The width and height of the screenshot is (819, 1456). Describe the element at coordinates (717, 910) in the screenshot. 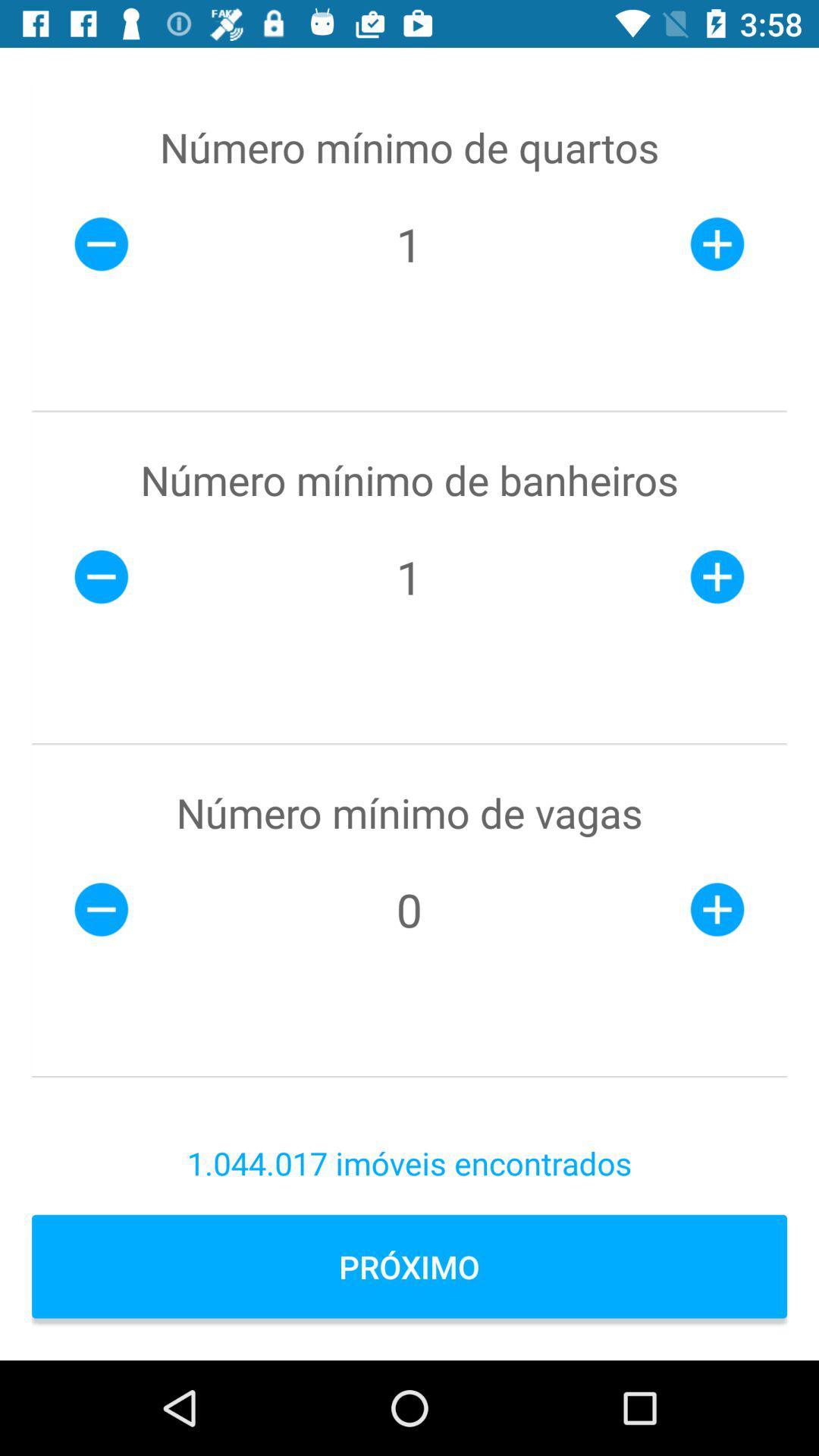

I see `the last  button which is right side of the page` at that location.